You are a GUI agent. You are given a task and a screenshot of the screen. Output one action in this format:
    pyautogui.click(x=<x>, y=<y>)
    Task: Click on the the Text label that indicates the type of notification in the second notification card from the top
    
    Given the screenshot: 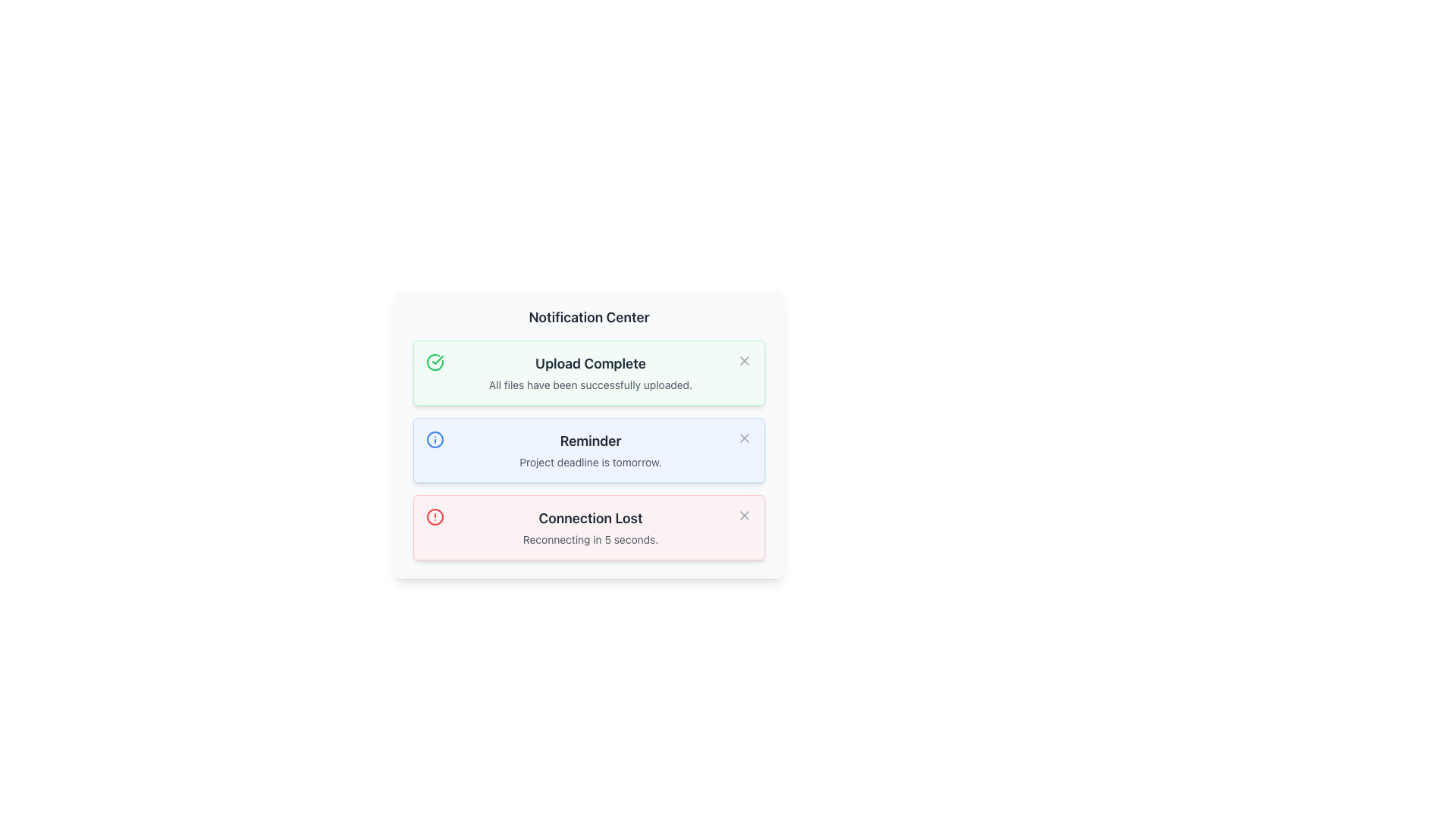 What is the action you would take?
    pyautogui.click(x=589, y=441)
    